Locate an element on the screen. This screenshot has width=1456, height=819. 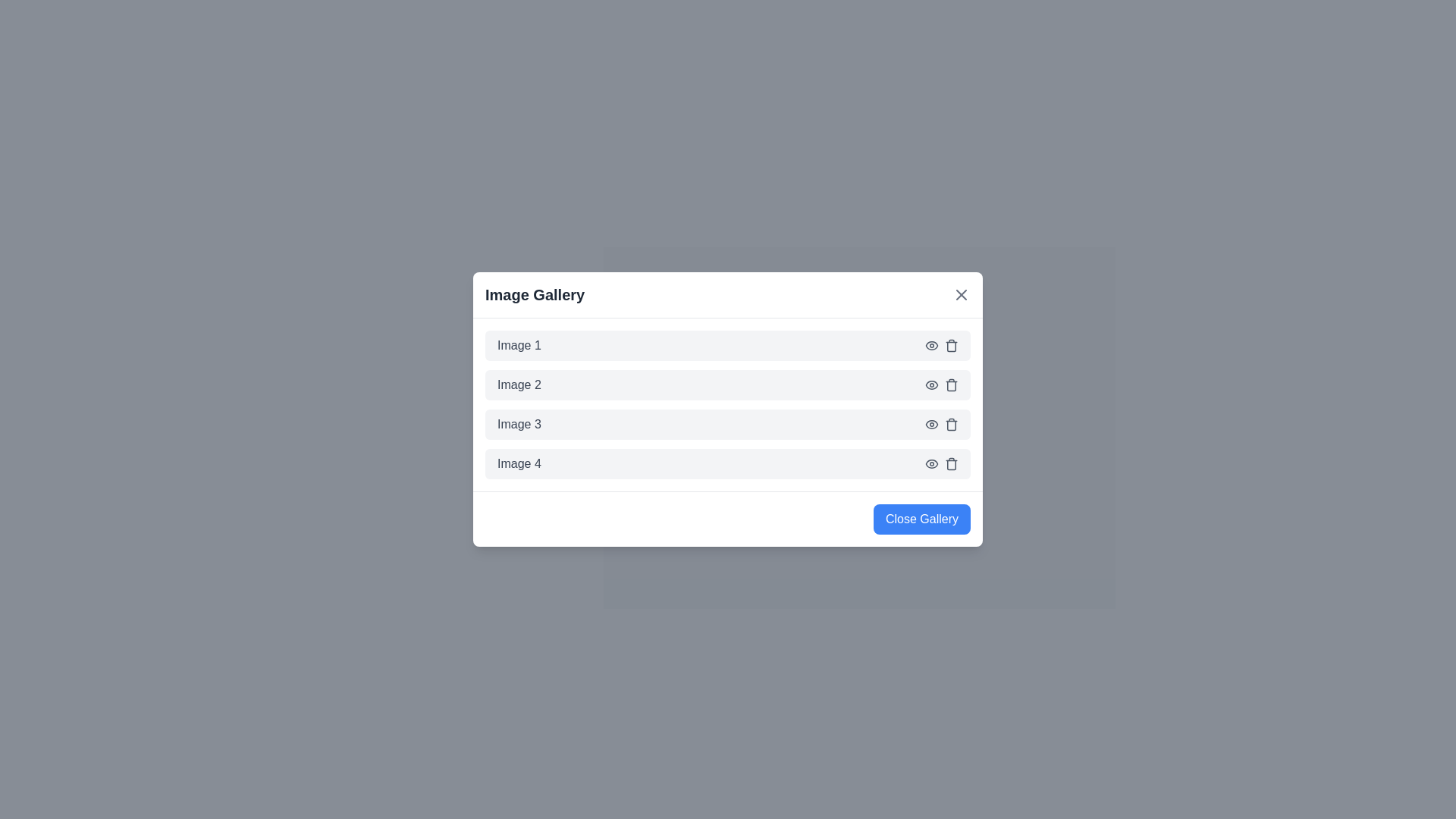
the eye icon located to the right of 'Image 2' in the 'Image Gallery' list is located at coordinates (930, 345).